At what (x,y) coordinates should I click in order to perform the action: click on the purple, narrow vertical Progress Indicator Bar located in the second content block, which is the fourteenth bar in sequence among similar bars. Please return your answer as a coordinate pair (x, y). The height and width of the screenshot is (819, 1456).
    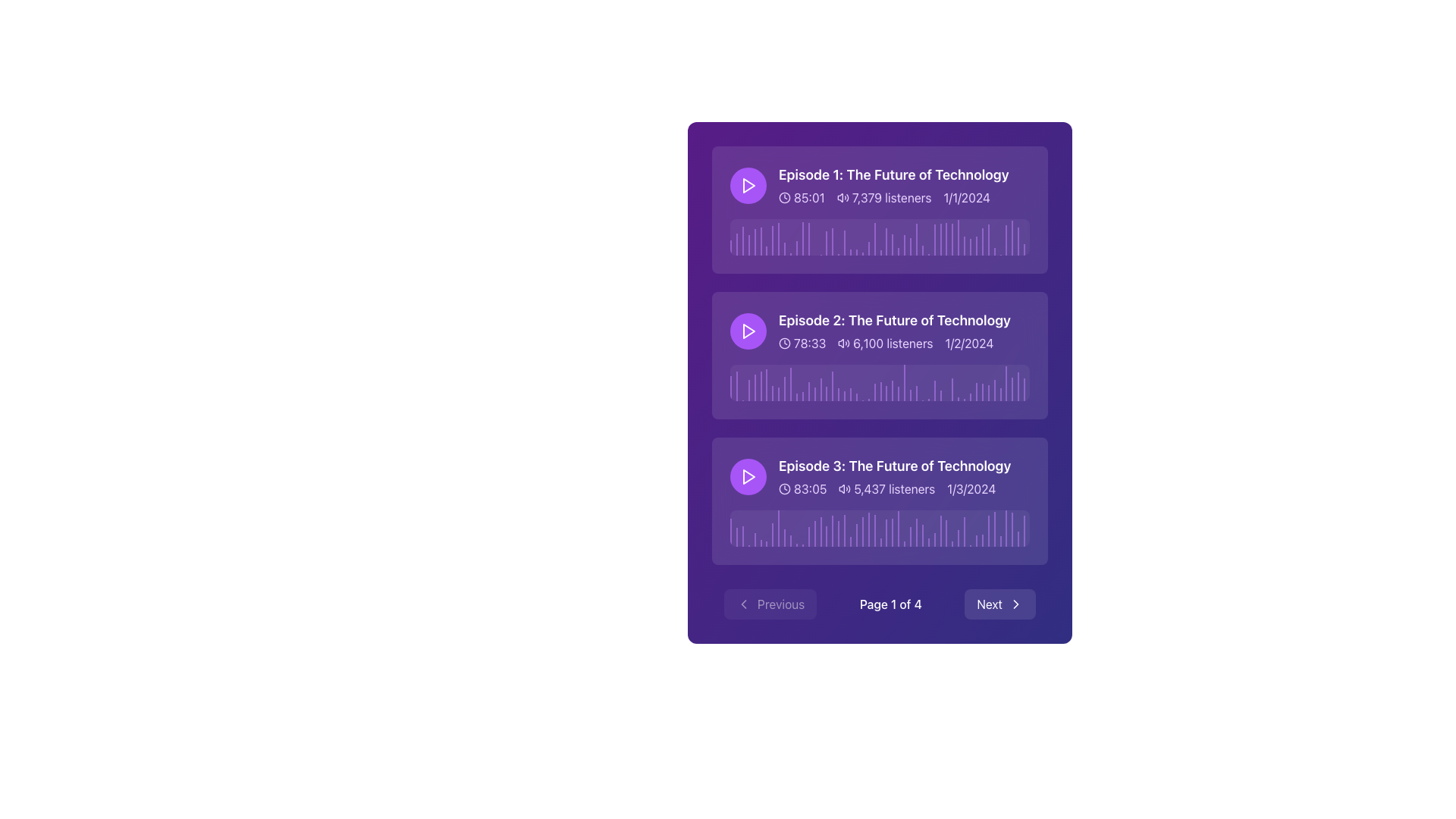
    Looking at the image, I should click on (838, 394).